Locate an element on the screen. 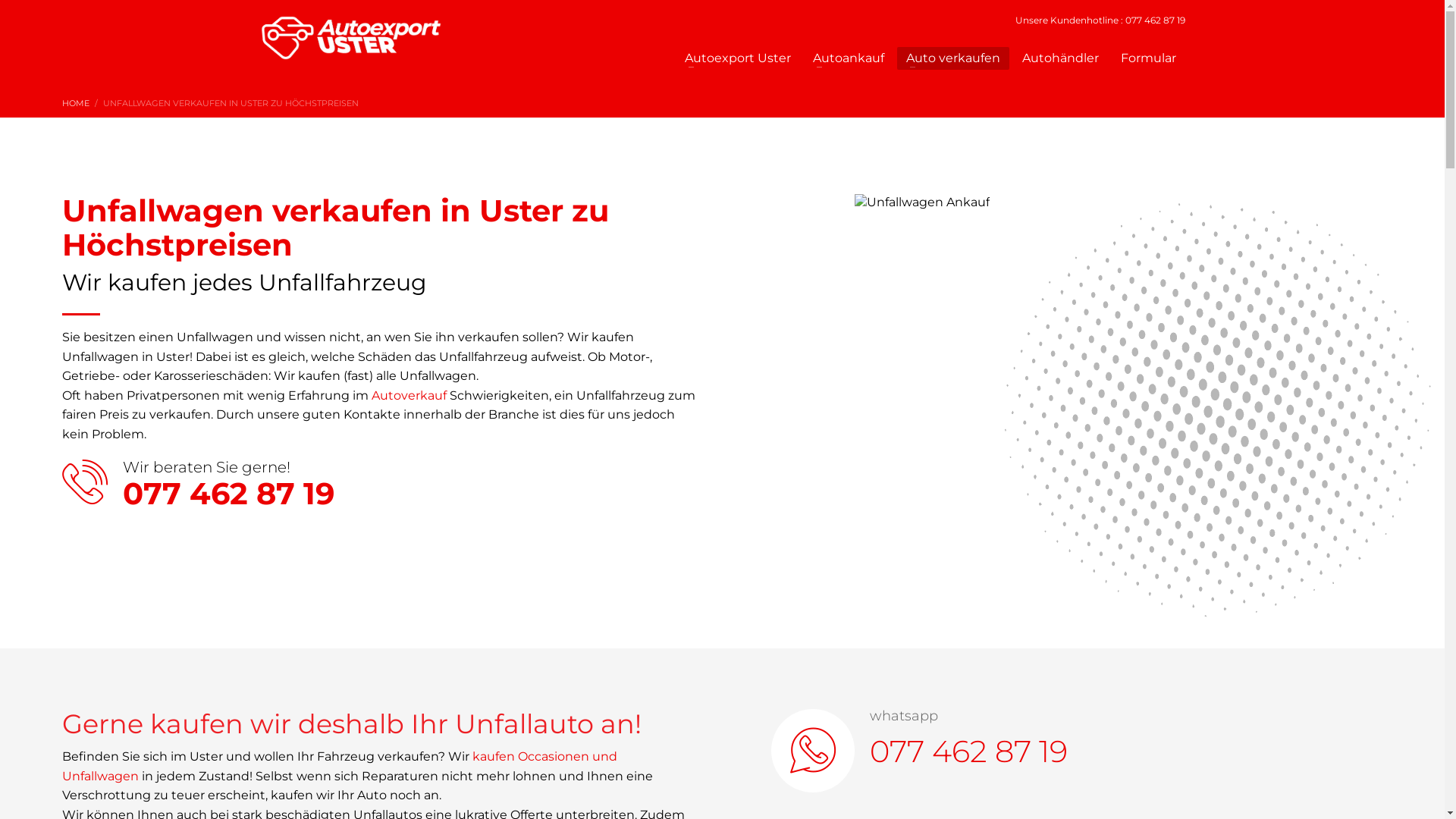  'Auto verkaufen' is located at coordinates (952, 58).